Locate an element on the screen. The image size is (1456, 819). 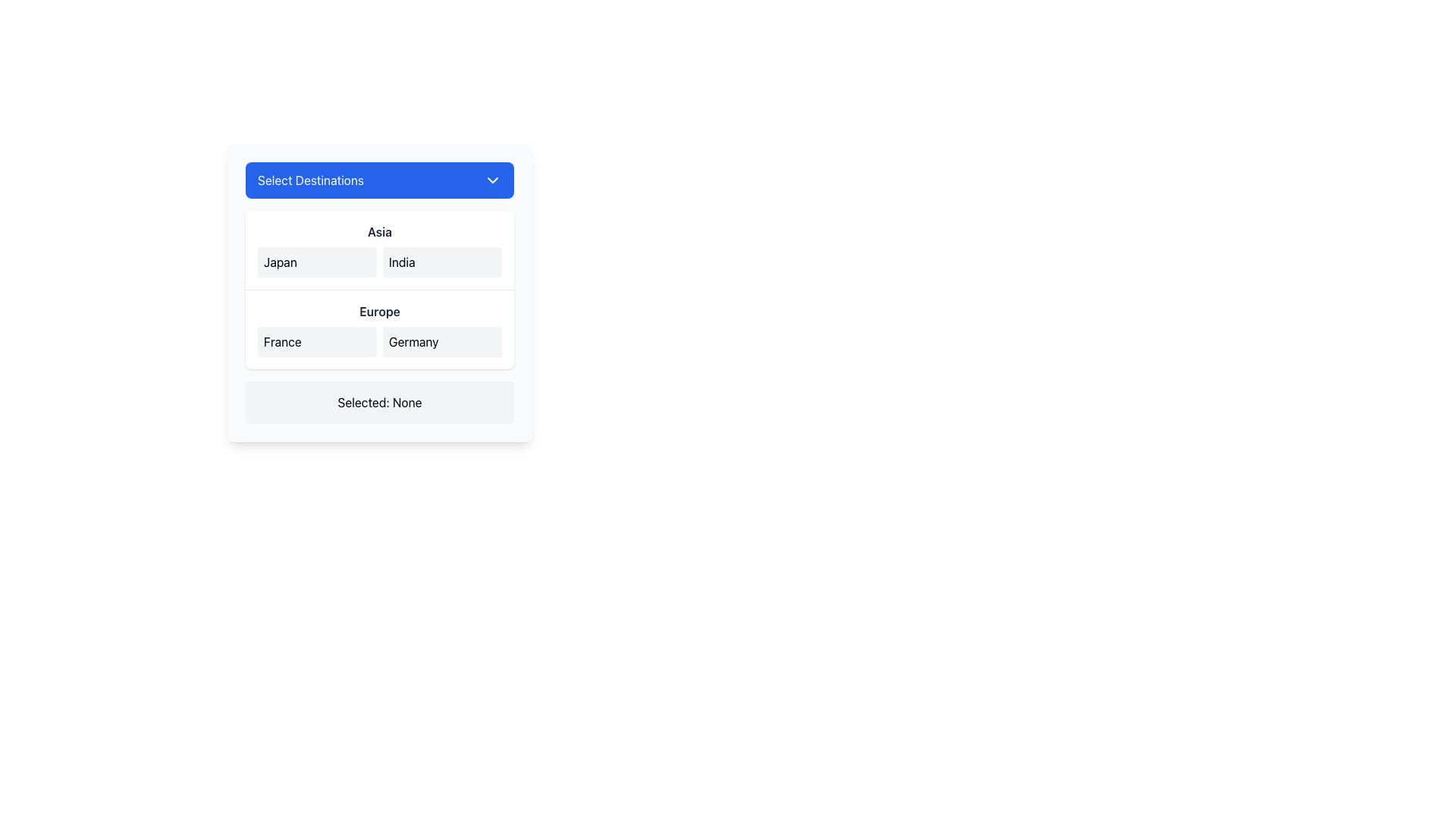
the downward-pointing chevron icon, which is white and located on the right side of the 'Select Destinations' blue button, to interact with the dropdown is located at coordinates (492, 180).